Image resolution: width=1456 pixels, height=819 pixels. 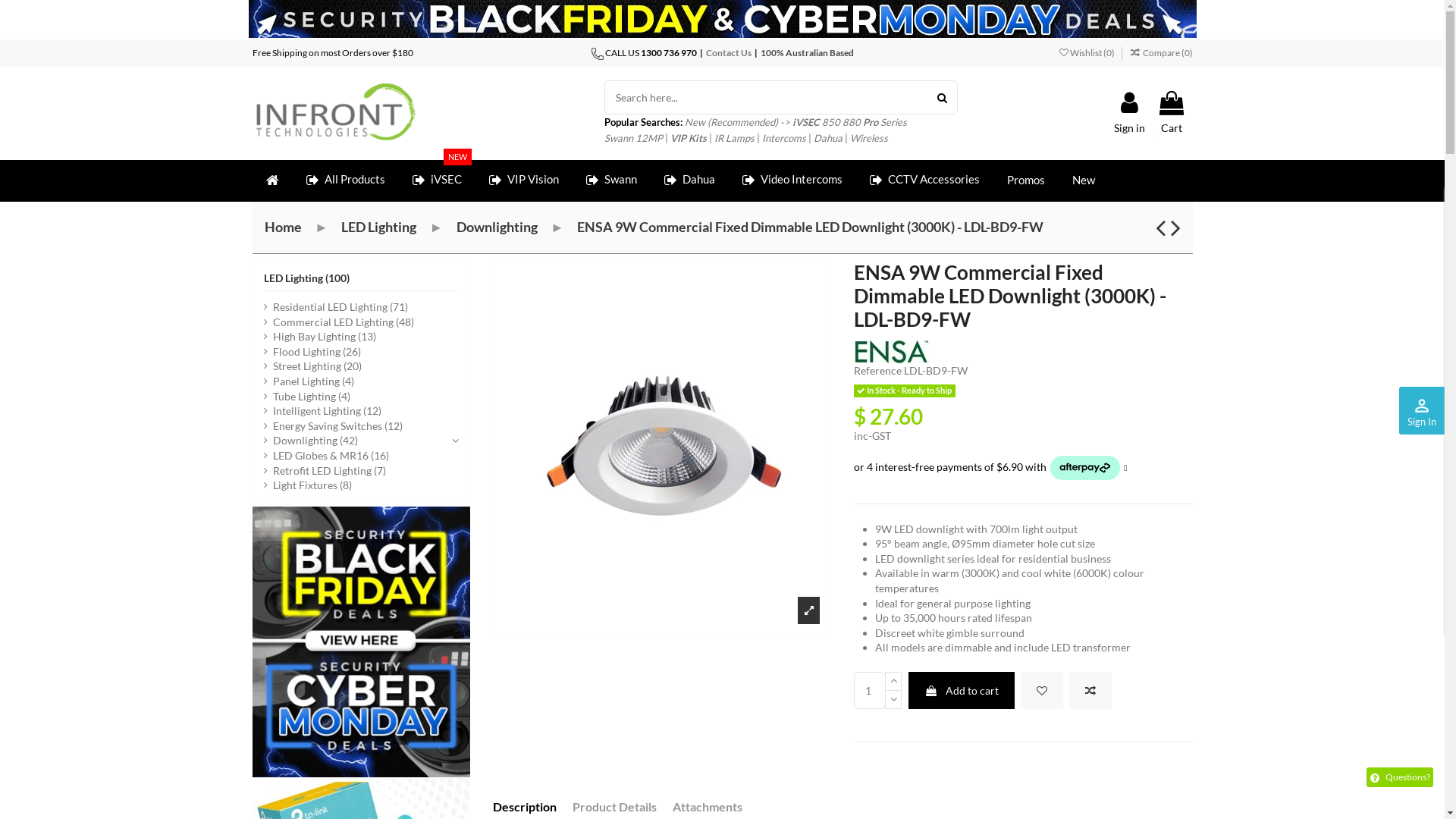 I want to click on 'VIP Vision', so click(x=523, y=180).